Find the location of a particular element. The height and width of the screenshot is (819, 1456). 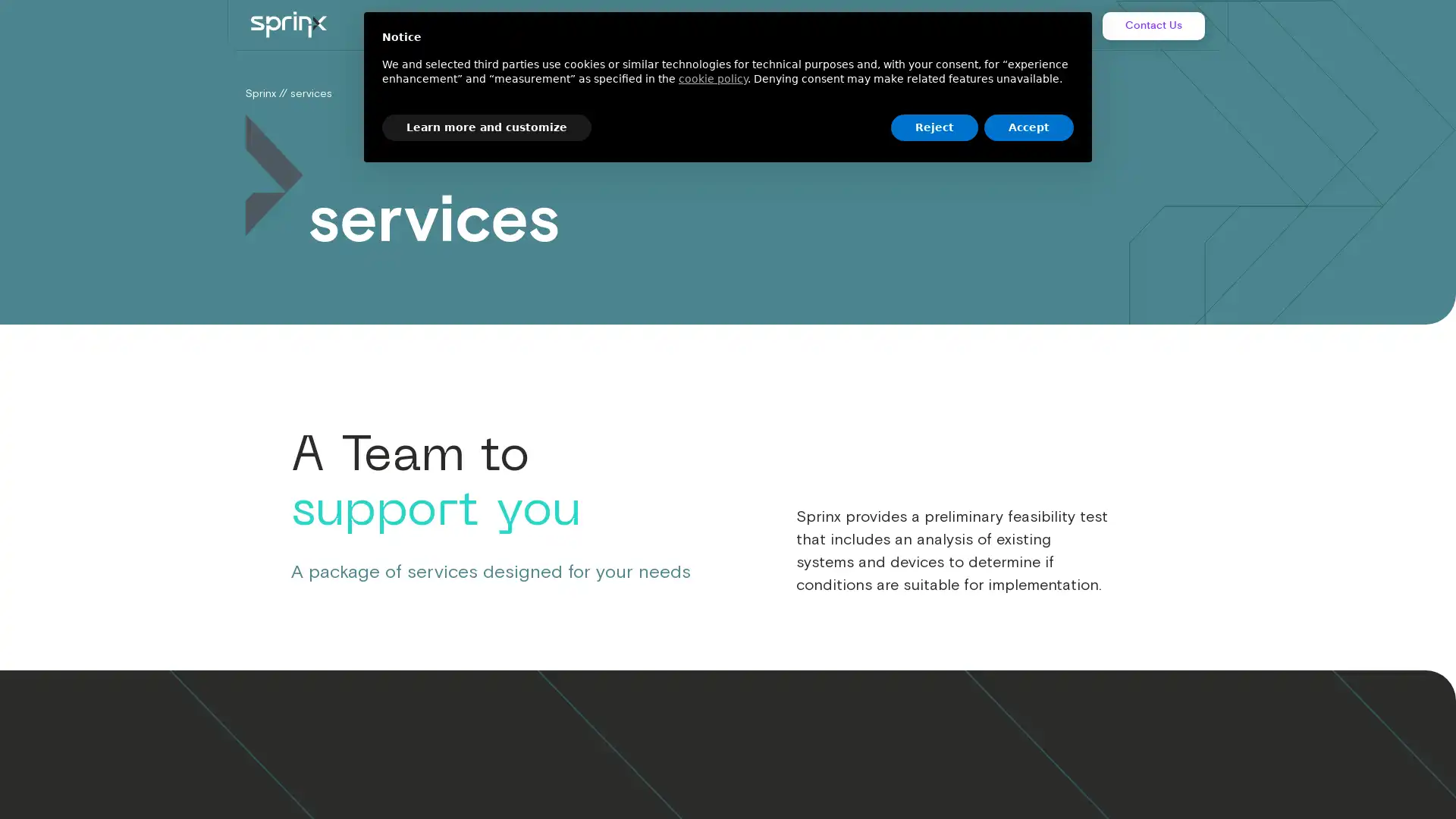

Learn more and customize is located at coordinates (487, 127).